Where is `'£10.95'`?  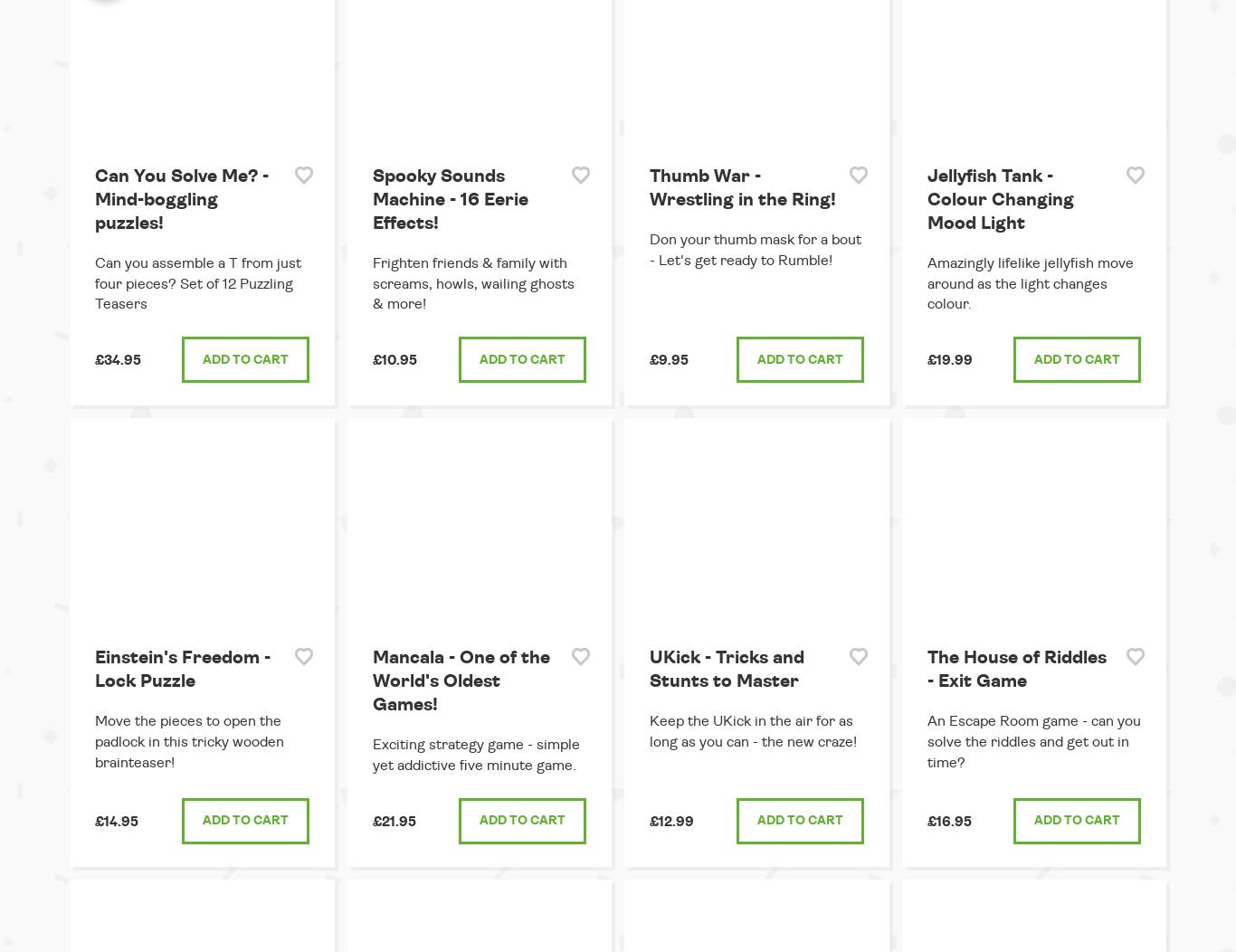
'£10.95' is located at coordinates (393, 359).